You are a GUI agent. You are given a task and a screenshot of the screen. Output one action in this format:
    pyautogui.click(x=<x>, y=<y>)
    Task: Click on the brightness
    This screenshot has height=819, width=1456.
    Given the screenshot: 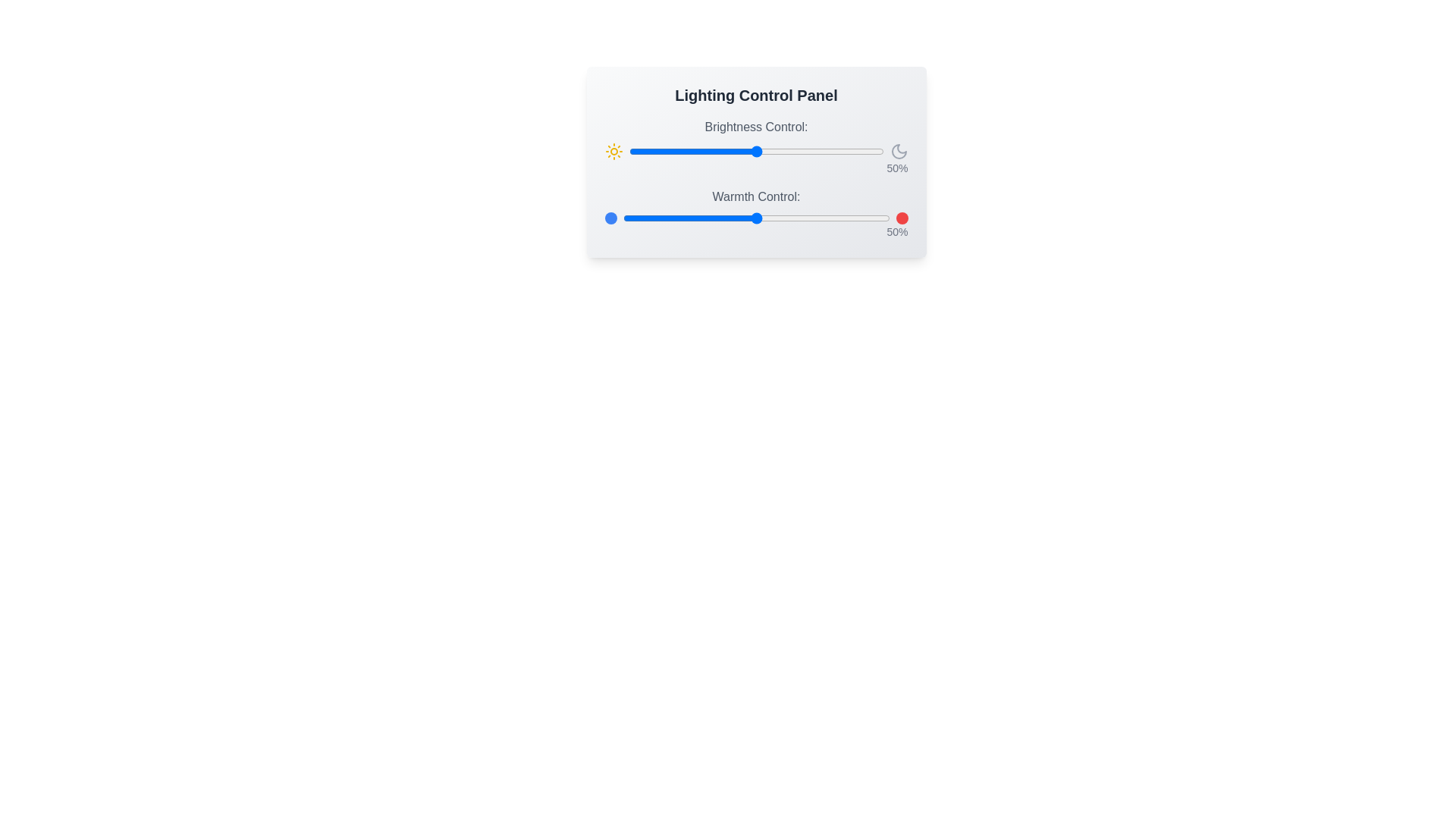 What is the action you would take?
    pyautogui.click(x=756, y=152)
    